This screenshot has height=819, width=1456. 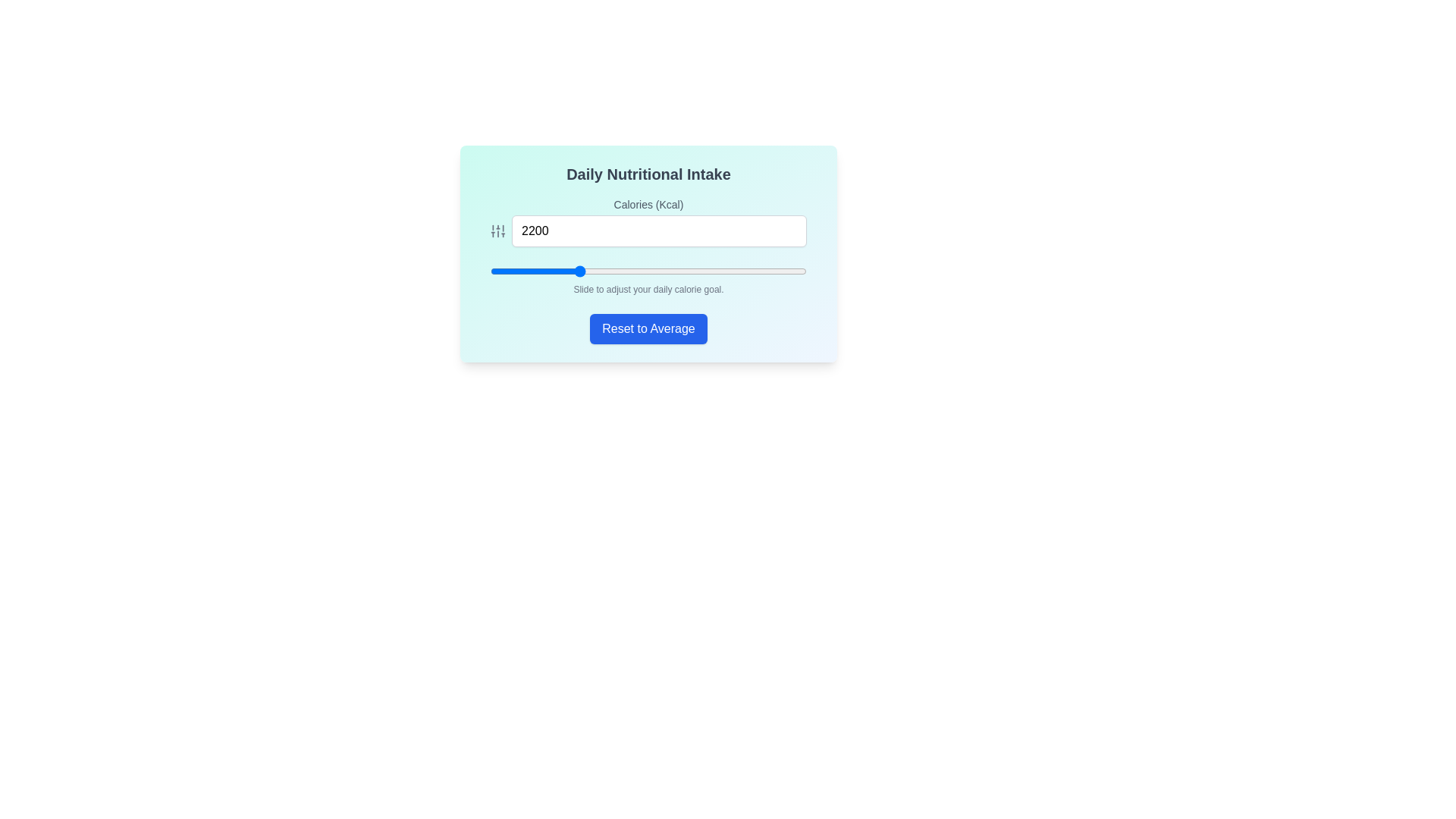 I want to click on the icon that opens or represents a menu for adjusting settings, located to the left of the text input box displaying '2200', so click(x=498, y=231).